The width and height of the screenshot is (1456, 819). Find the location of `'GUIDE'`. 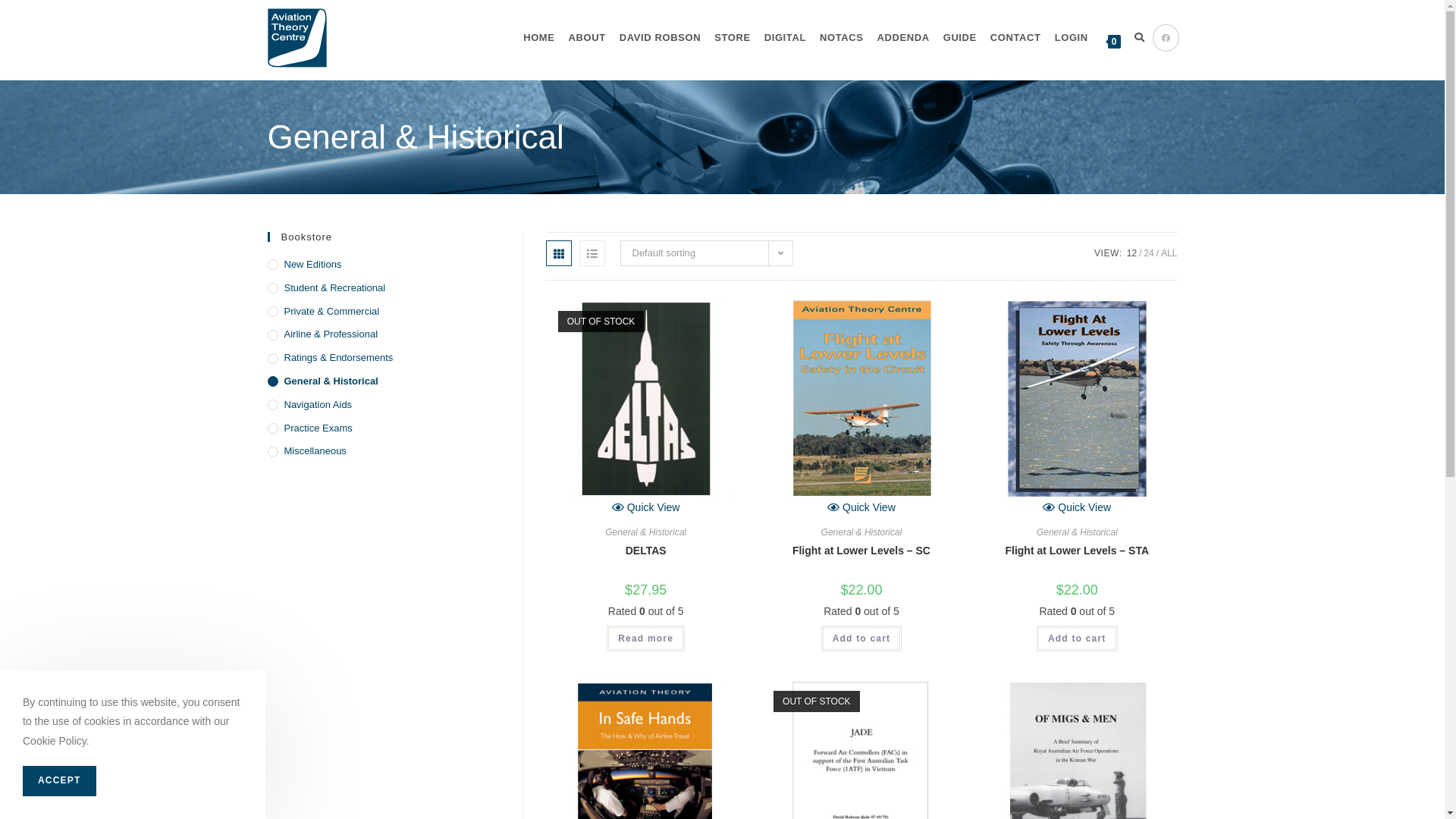

'GUIDE' is located at coordinates (959, 37).